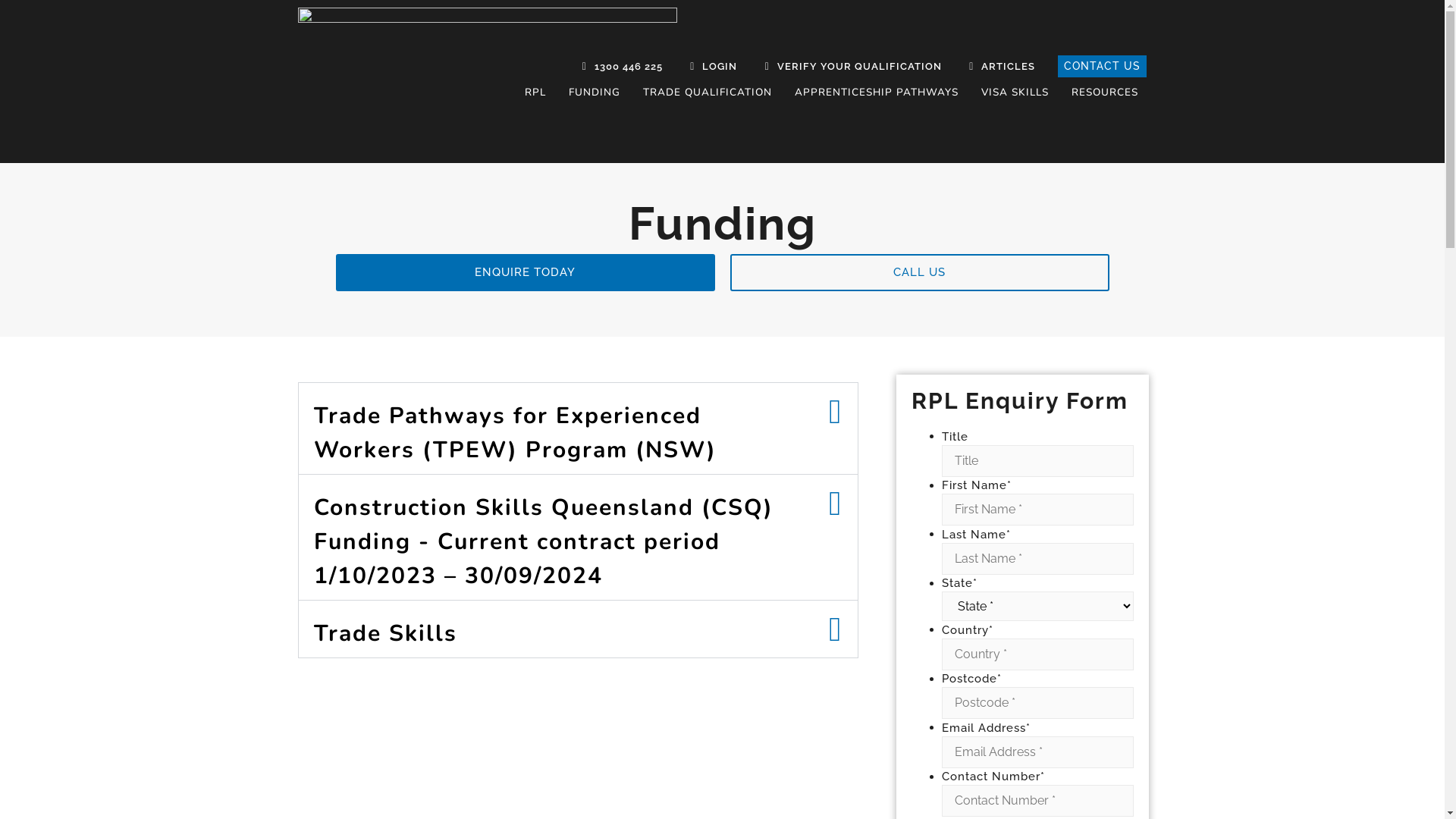 The image size is (1456, 819). I want to click on 'RPL', so click(535, 93).